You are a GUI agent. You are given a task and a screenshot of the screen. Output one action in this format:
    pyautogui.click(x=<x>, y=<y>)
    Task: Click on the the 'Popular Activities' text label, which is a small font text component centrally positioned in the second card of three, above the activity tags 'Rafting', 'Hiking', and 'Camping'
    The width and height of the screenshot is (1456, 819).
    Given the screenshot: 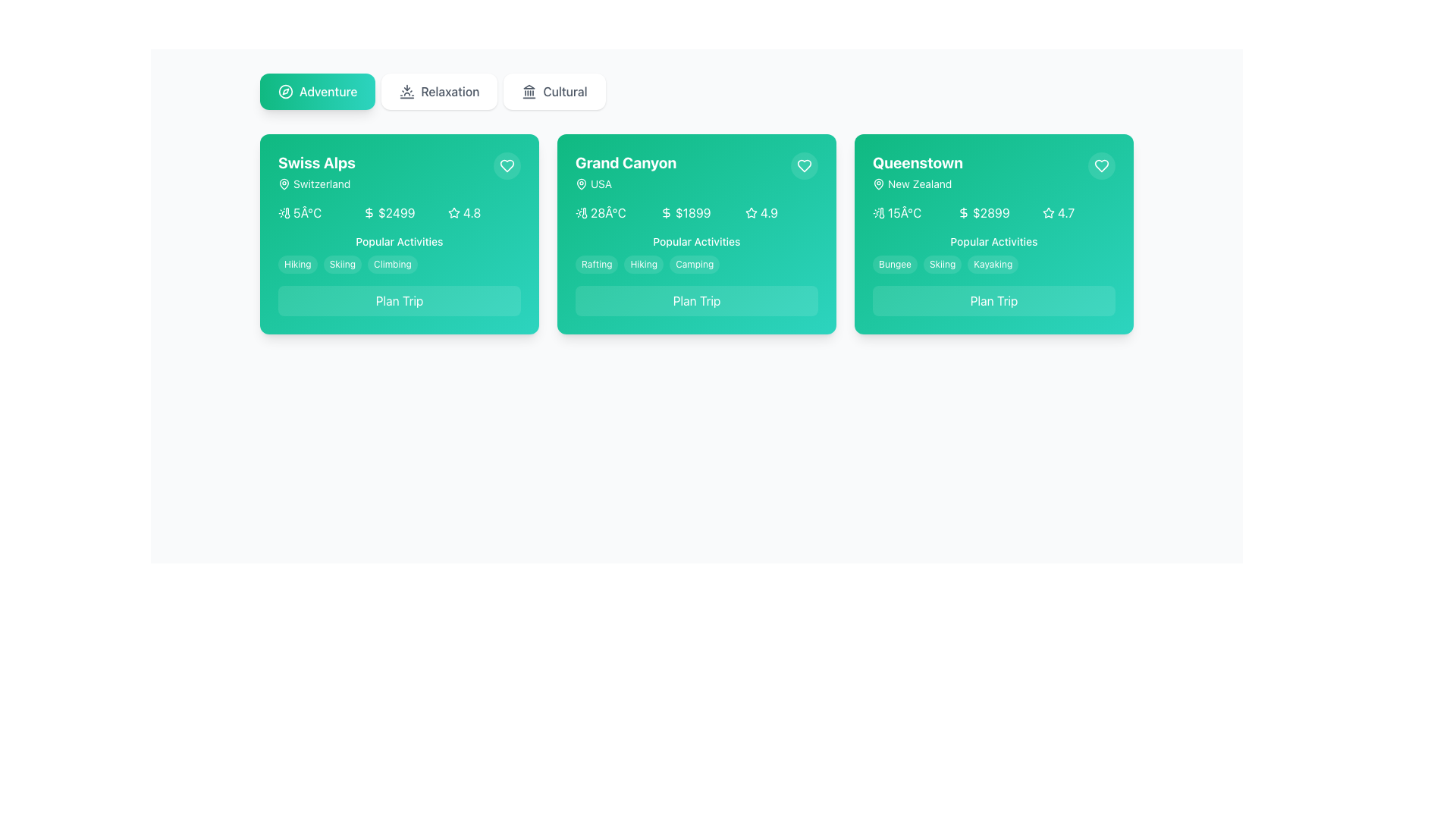 What is the action you would take?
    pyautogui.click(x=695, y=241)
    